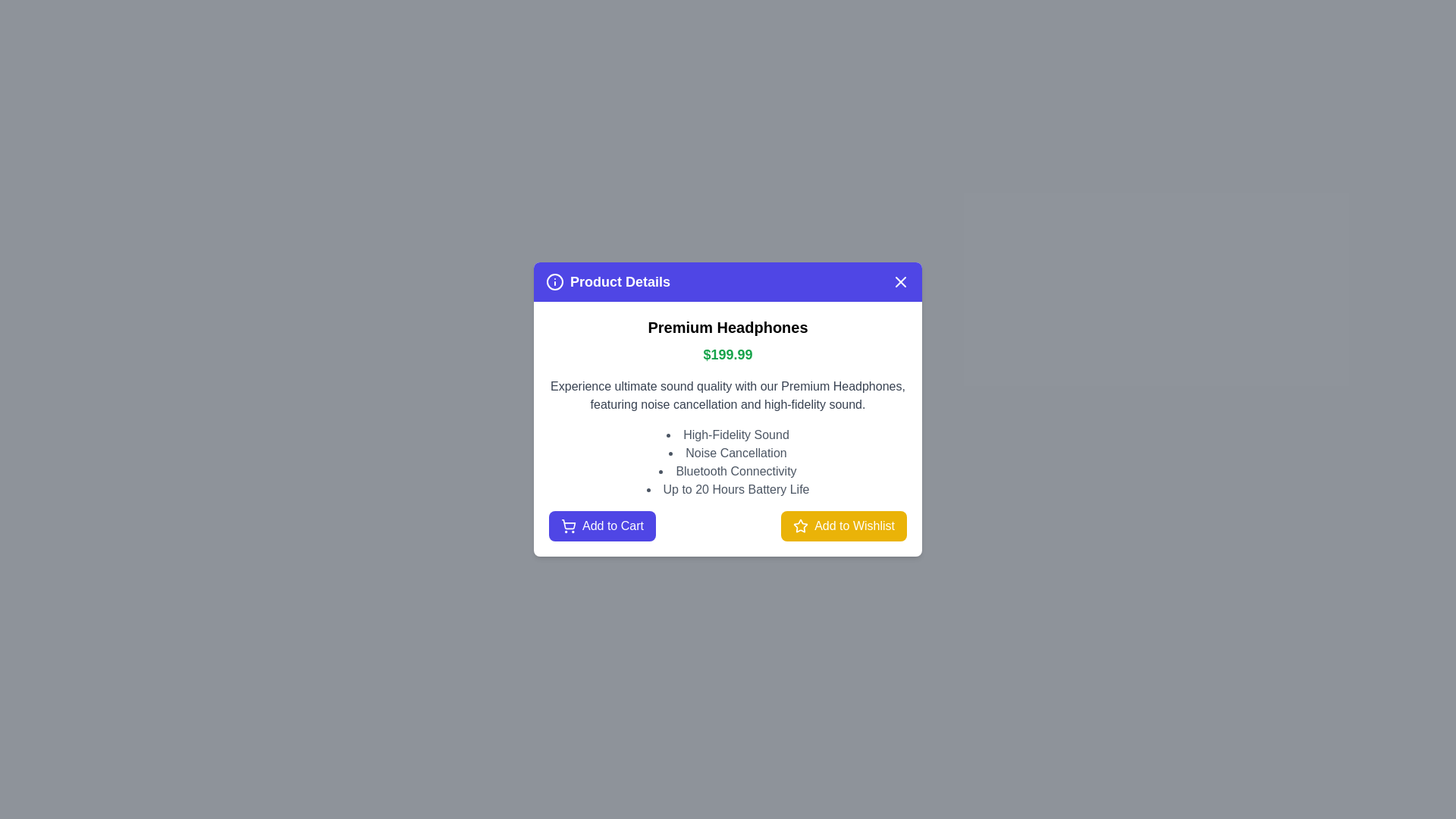  I want to click on the 'Add to Cart' button to add the product to the cart, so click(601, 526).